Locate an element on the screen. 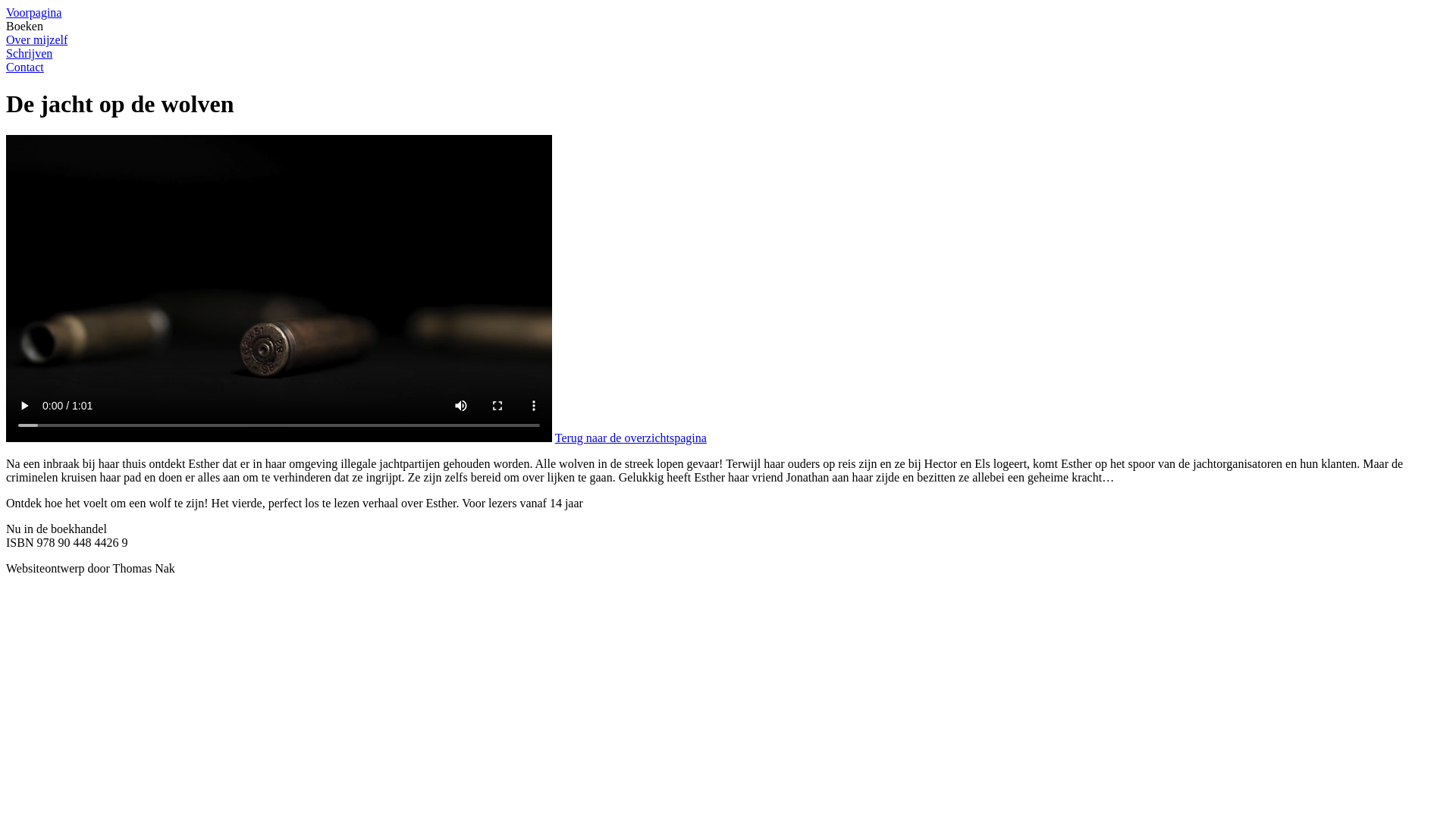  'Terug naar de overzichtspagina' is located at coordinates (630, 438).